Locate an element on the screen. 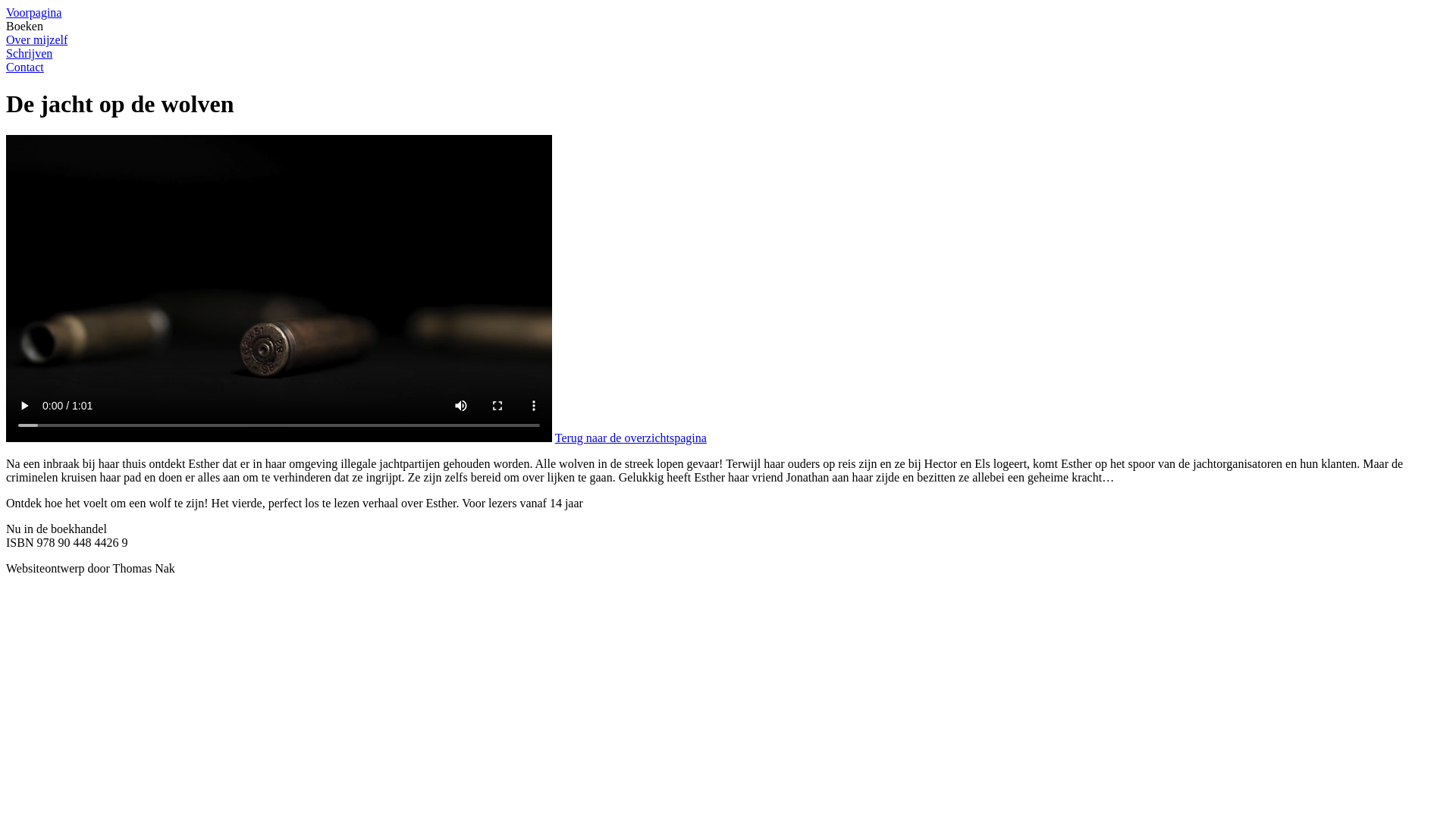  'Terug naar de overzichtspagina' is located at coordinates (630, 438).